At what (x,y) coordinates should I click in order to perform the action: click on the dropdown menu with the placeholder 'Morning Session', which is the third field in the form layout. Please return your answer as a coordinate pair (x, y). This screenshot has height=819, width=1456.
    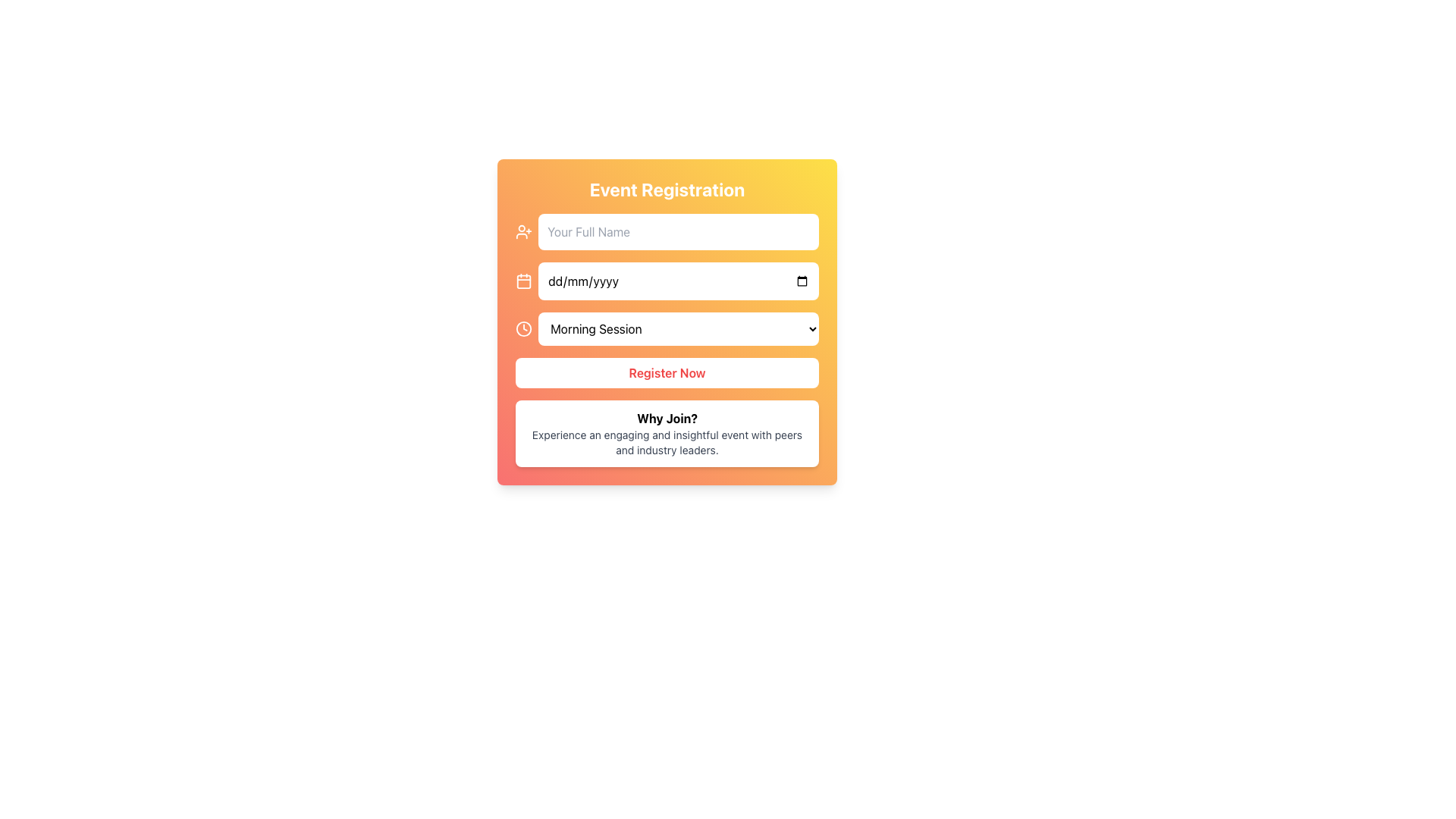
    Looking at the image, I should click on (678, 328).